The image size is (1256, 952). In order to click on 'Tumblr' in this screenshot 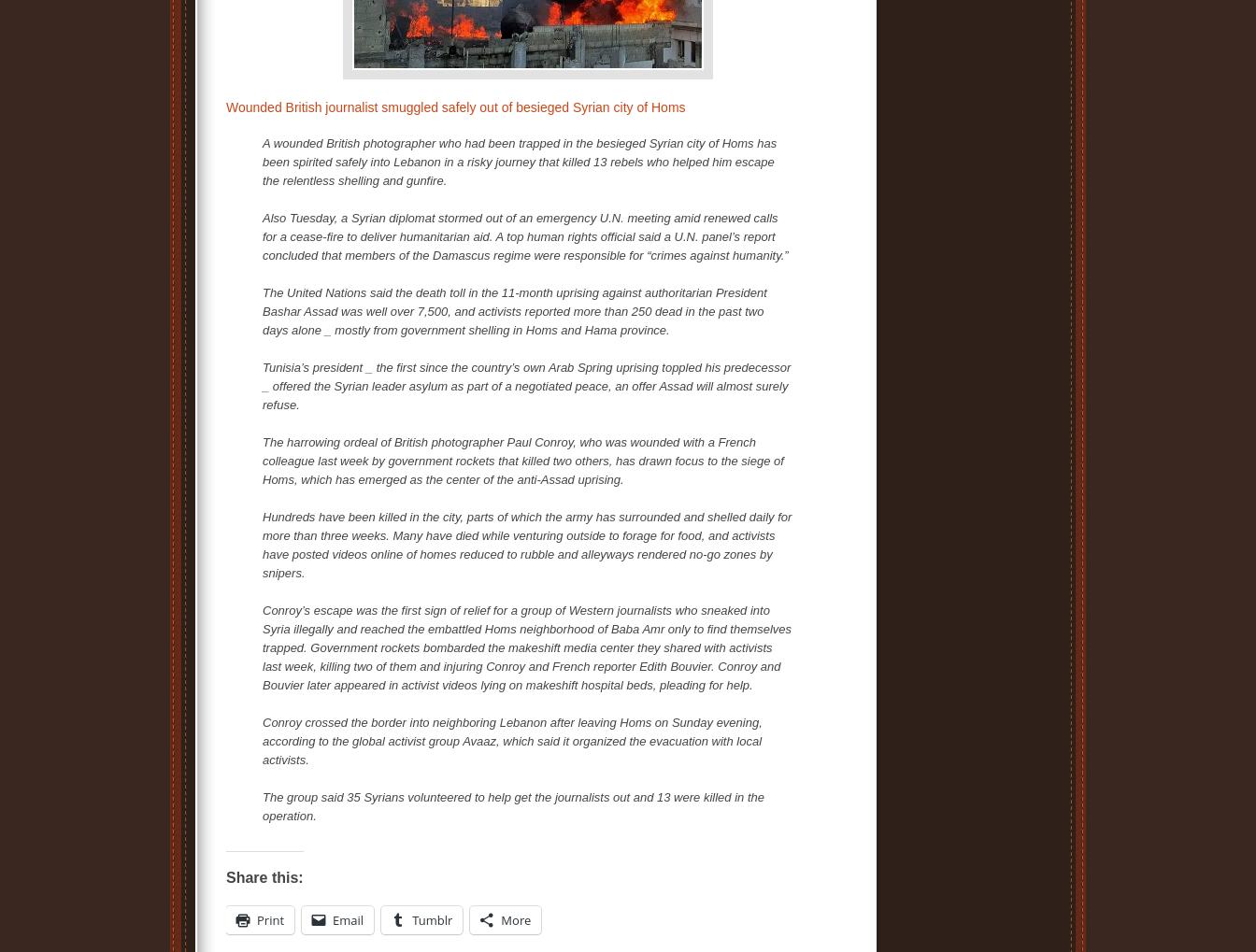, I will do `click(432, 919)`.